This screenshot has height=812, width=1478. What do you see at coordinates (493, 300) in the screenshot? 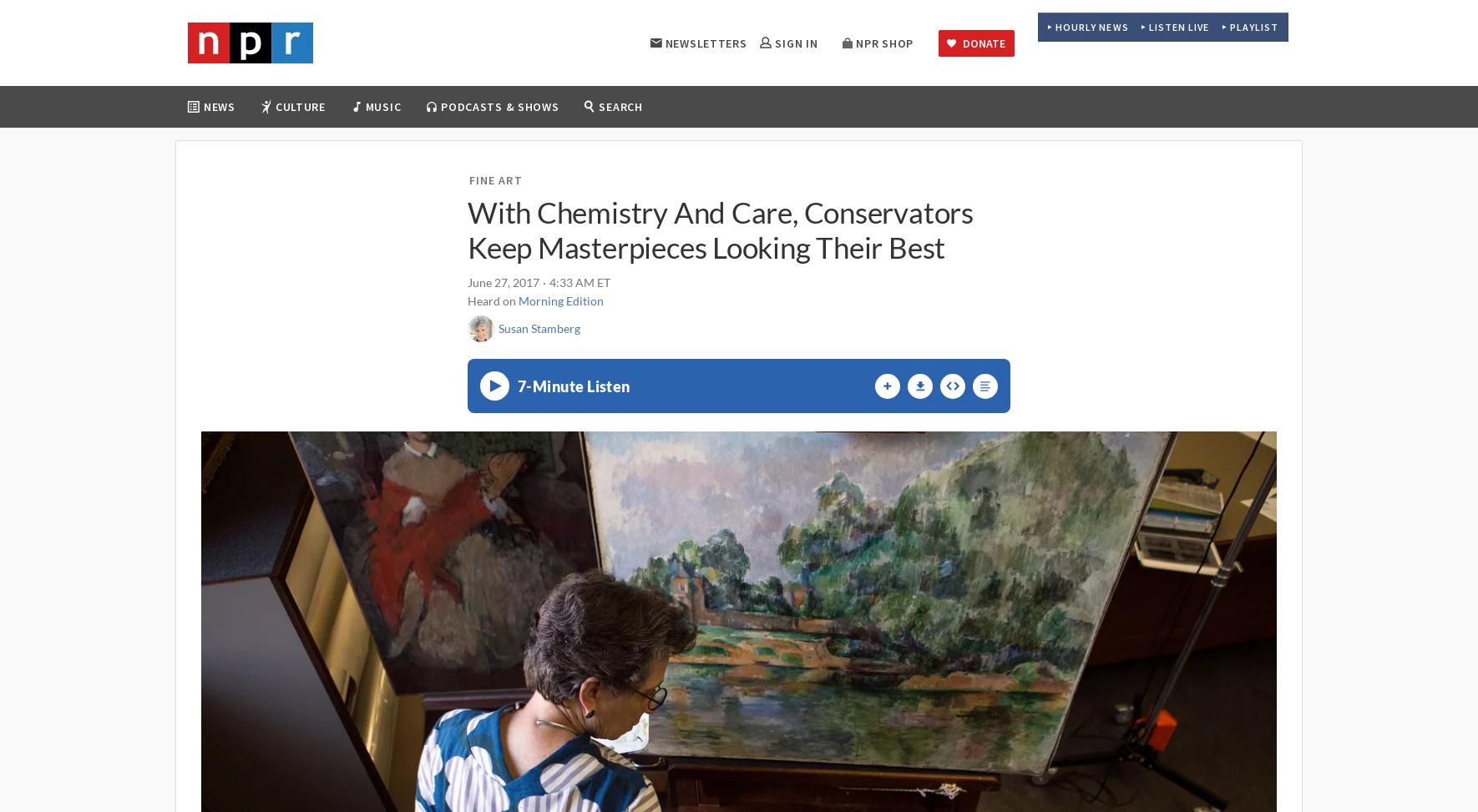
I see `'Heard on'` at bounding box center [493, 300].